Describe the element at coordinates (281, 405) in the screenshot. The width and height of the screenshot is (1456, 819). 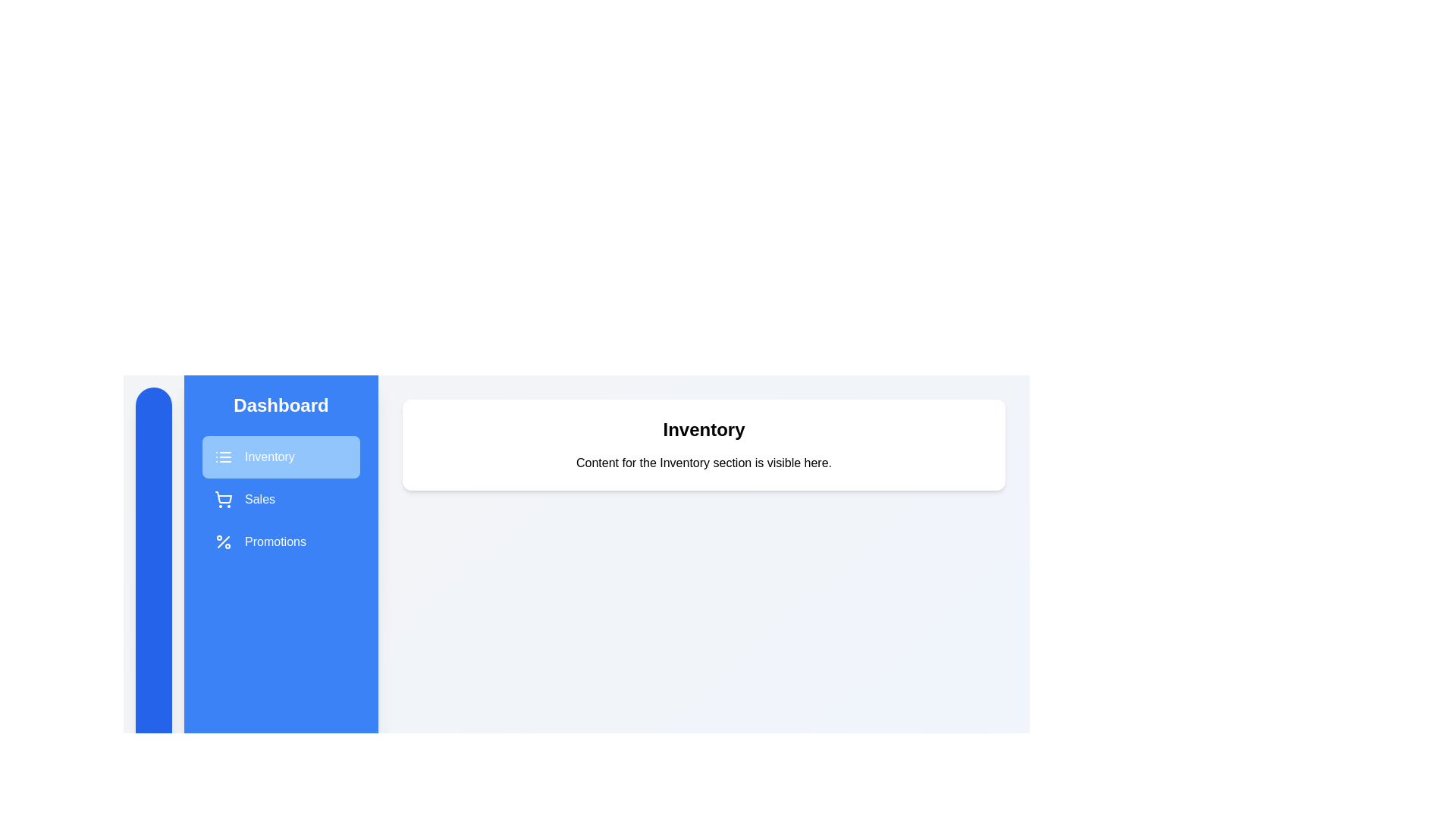
I see `the 'Dashboard' header text to initiate context-specific actions` at that location.